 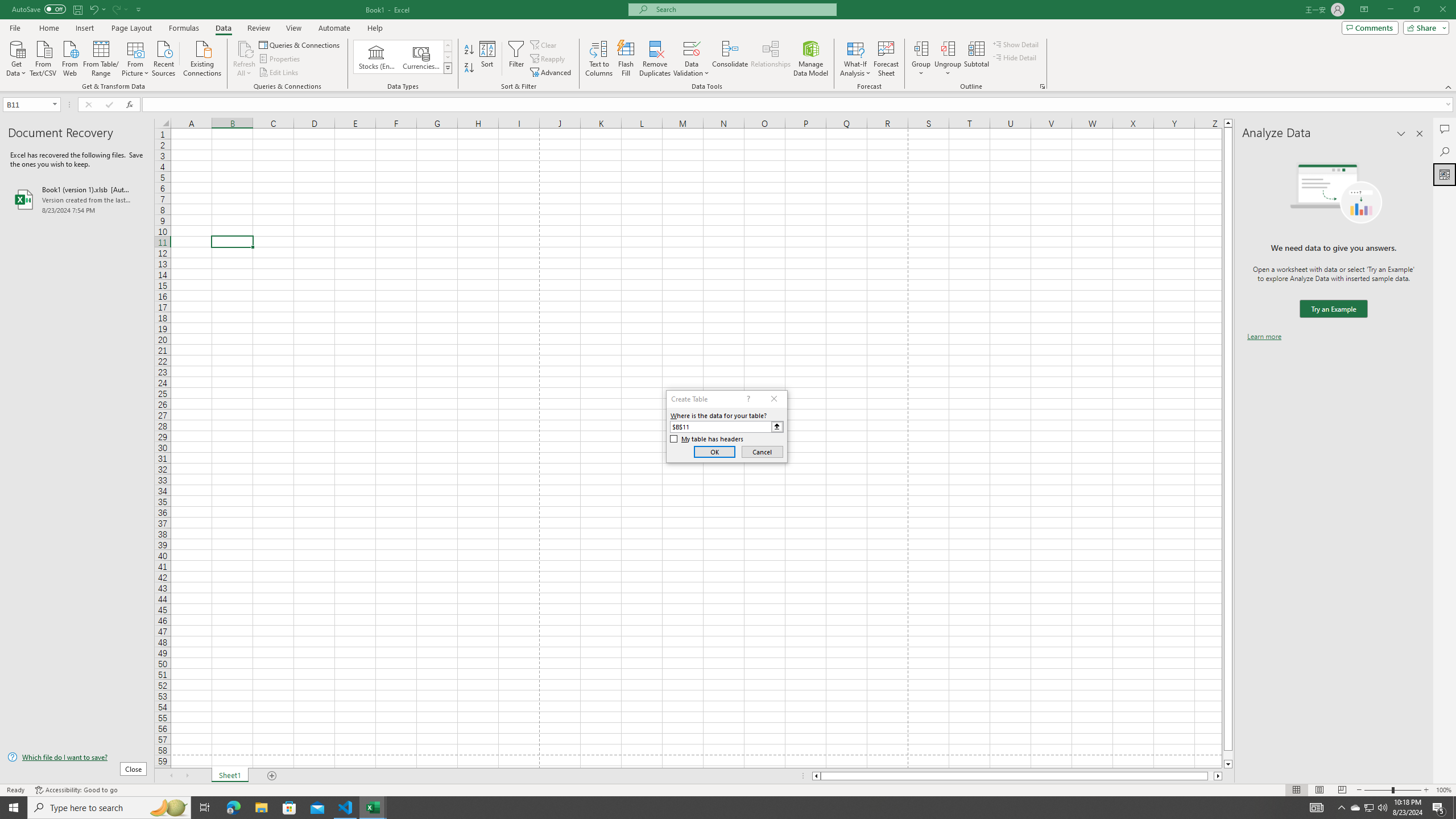 What do you see at coordinates (139, 9) in the screenshot?
I see `'Customize Quick Access Toolbar'` at bounding box center [139, 9].